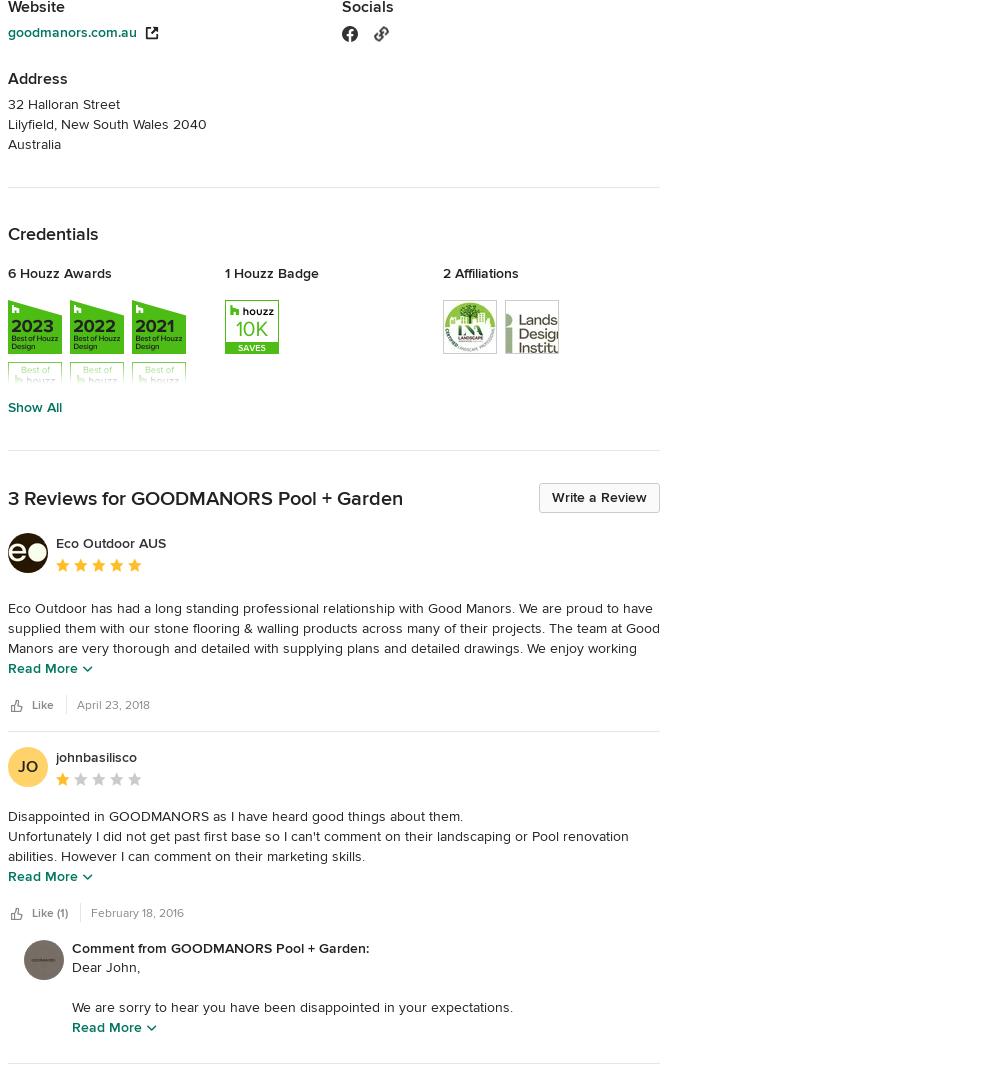  I want to click on 'Eco Outdoor AUS', so click(110, 543).